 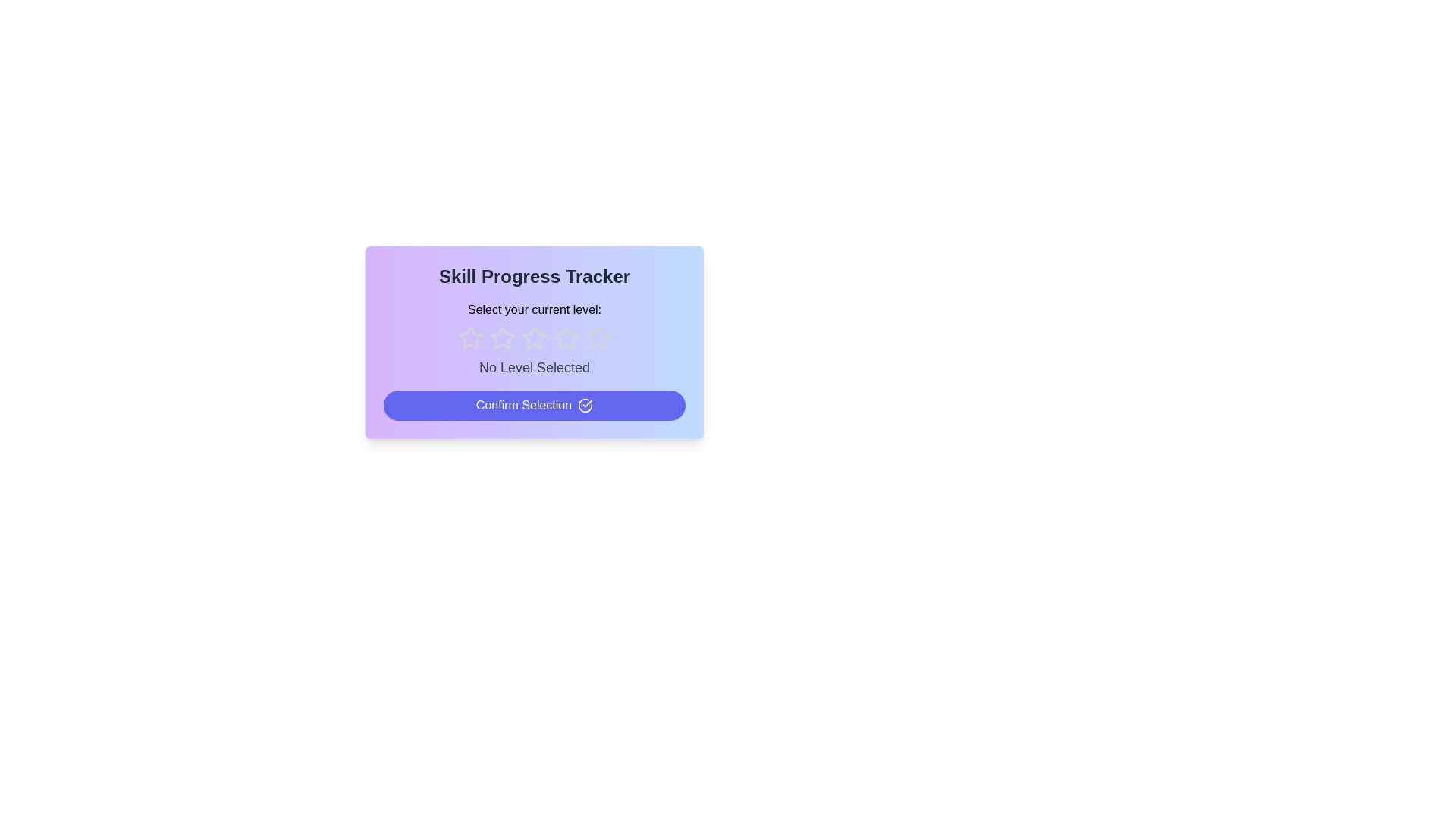 What do you see at coordinates (535, 337) in the screenshot?
I see `the rating to 3 stars by clicking on the corresponding star` at bounding box center [535, 337].